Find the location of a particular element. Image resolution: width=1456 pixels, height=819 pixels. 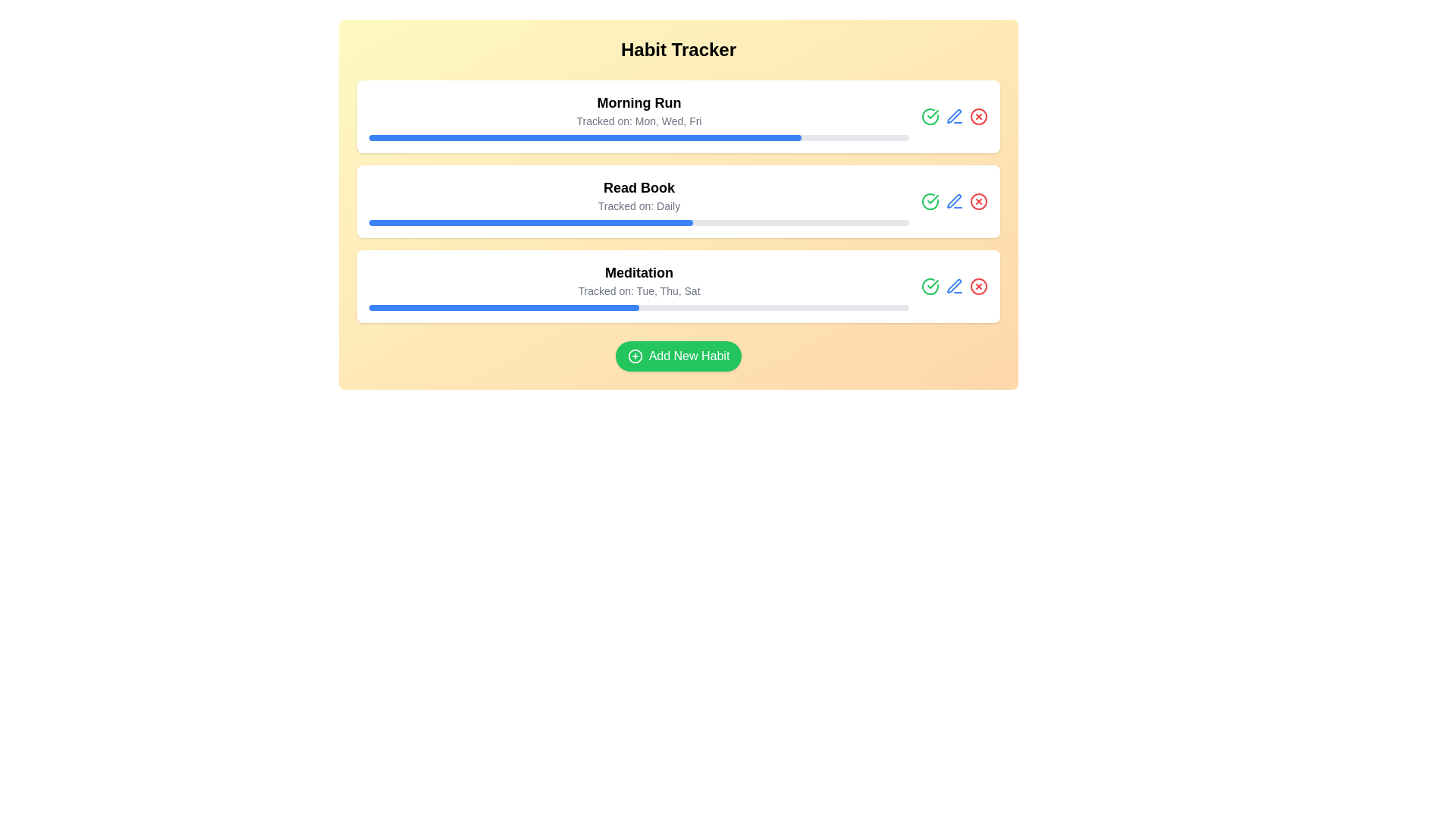

the delete button associated with the 'Read Book' entry, which is the third action icon in the options section is located at coordinates (979, 201).